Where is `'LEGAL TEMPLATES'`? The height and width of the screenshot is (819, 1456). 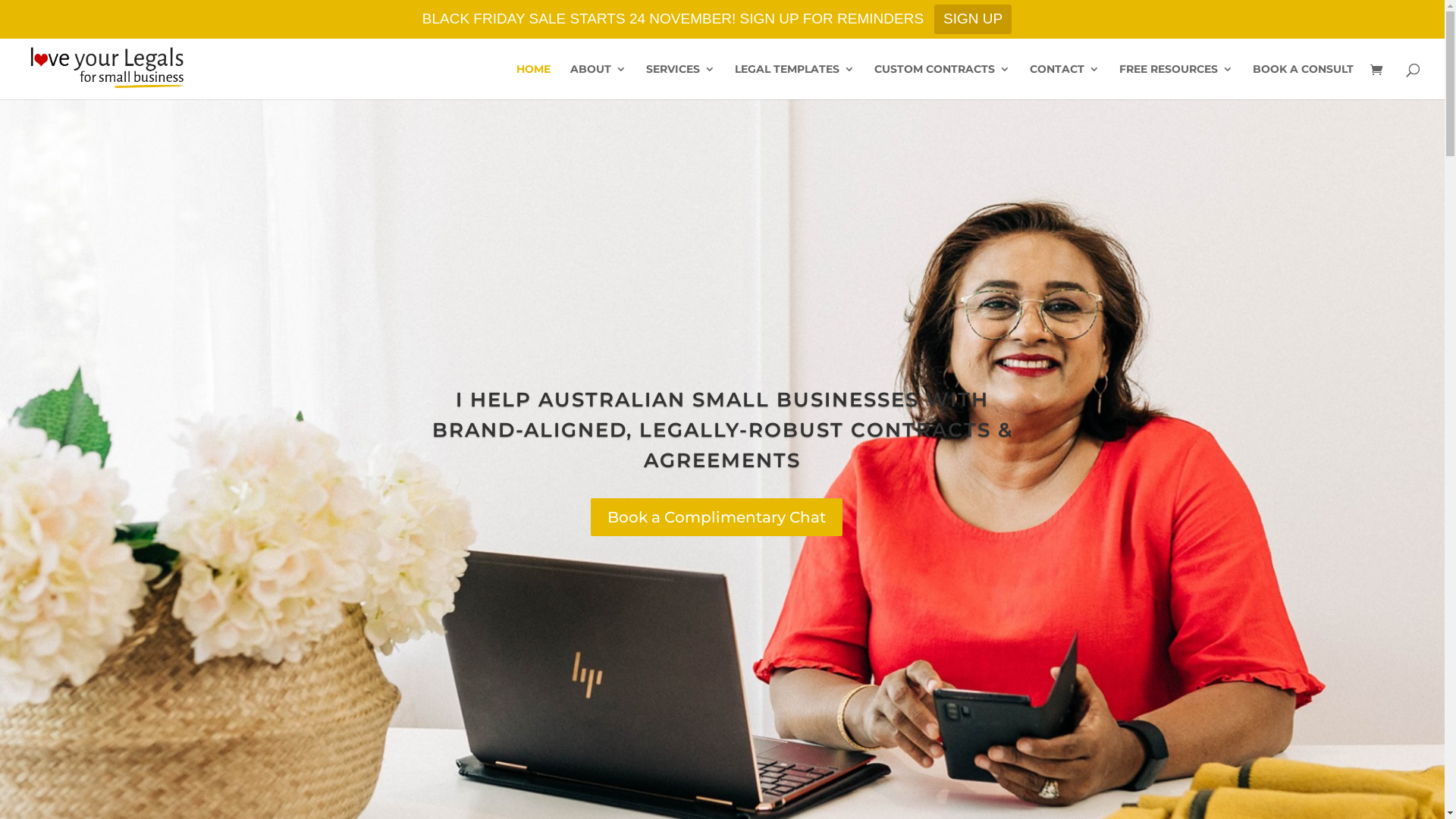
'LEGAL TEMPLATES' is located at coordinates (735, 81).